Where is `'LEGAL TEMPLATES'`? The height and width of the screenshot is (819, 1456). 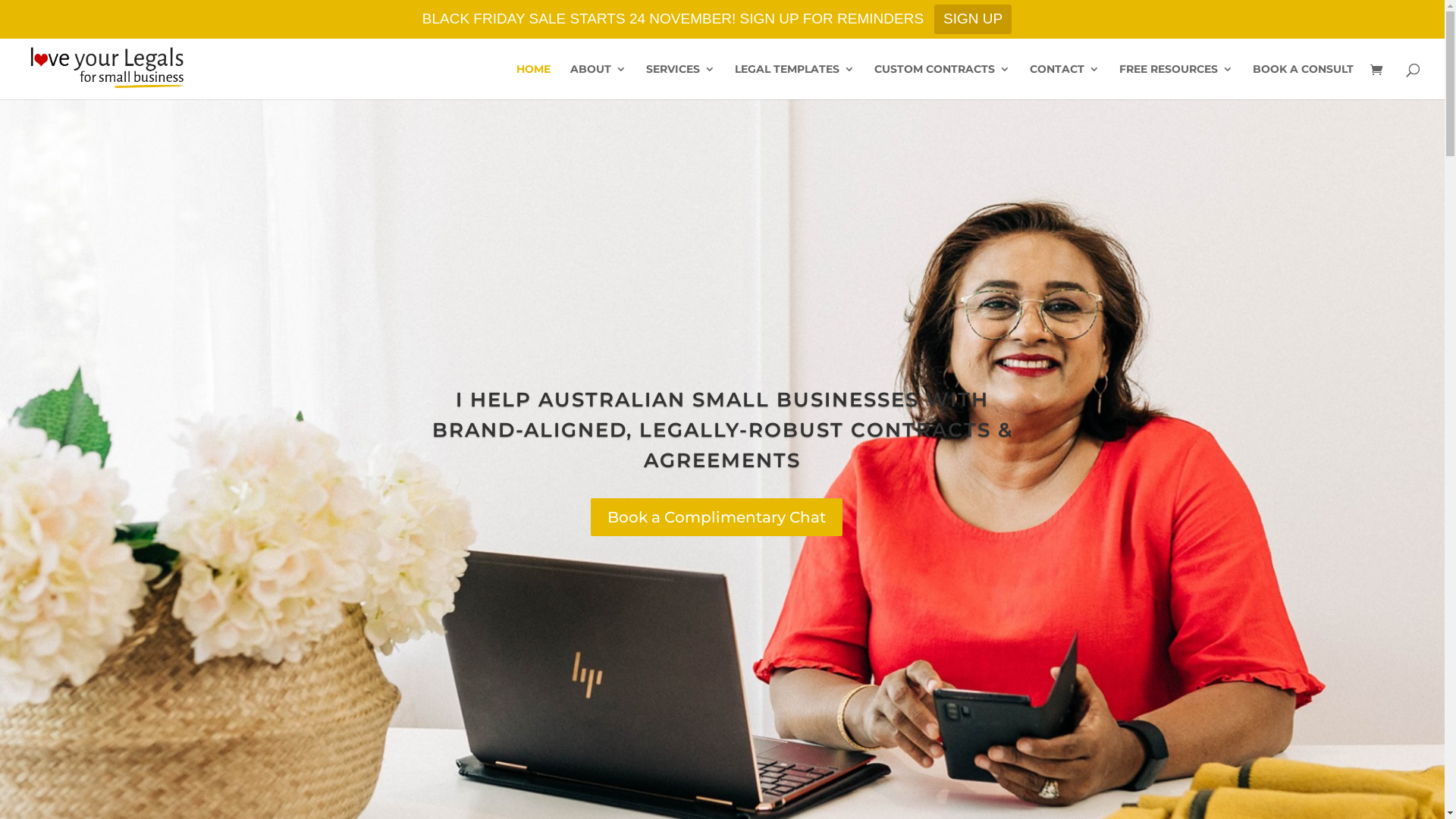
'LEGAL TEMPLATES' is located at coordinates (735, 81).